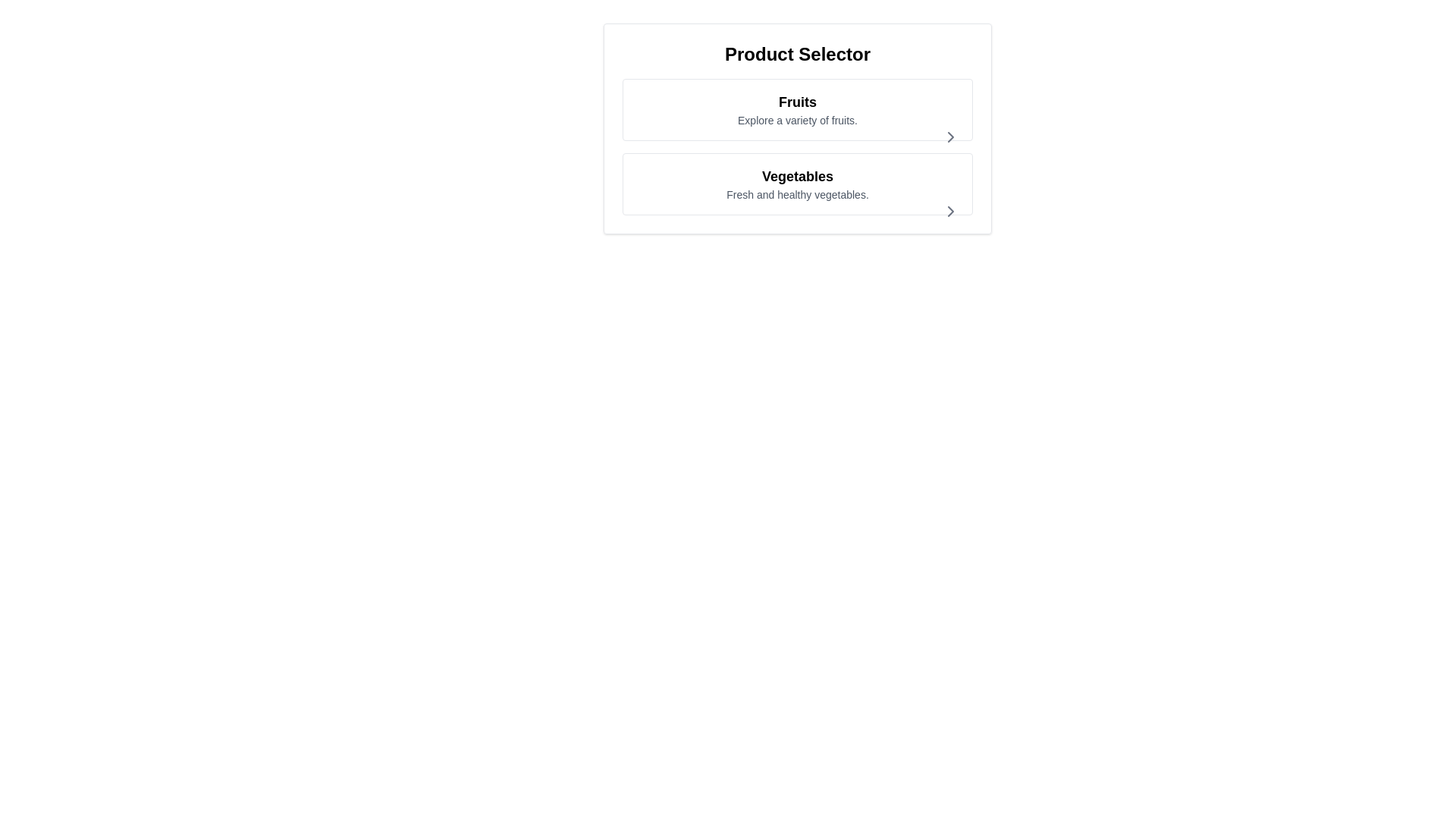  What do you see at coordinates (949, 137) in the screenshot?
I see `the gray right-pointing chevron icon located at the extreme right of the first card labeled 'Fruits' in the 'Product Selector' interface` at bounding box center [949, 137].